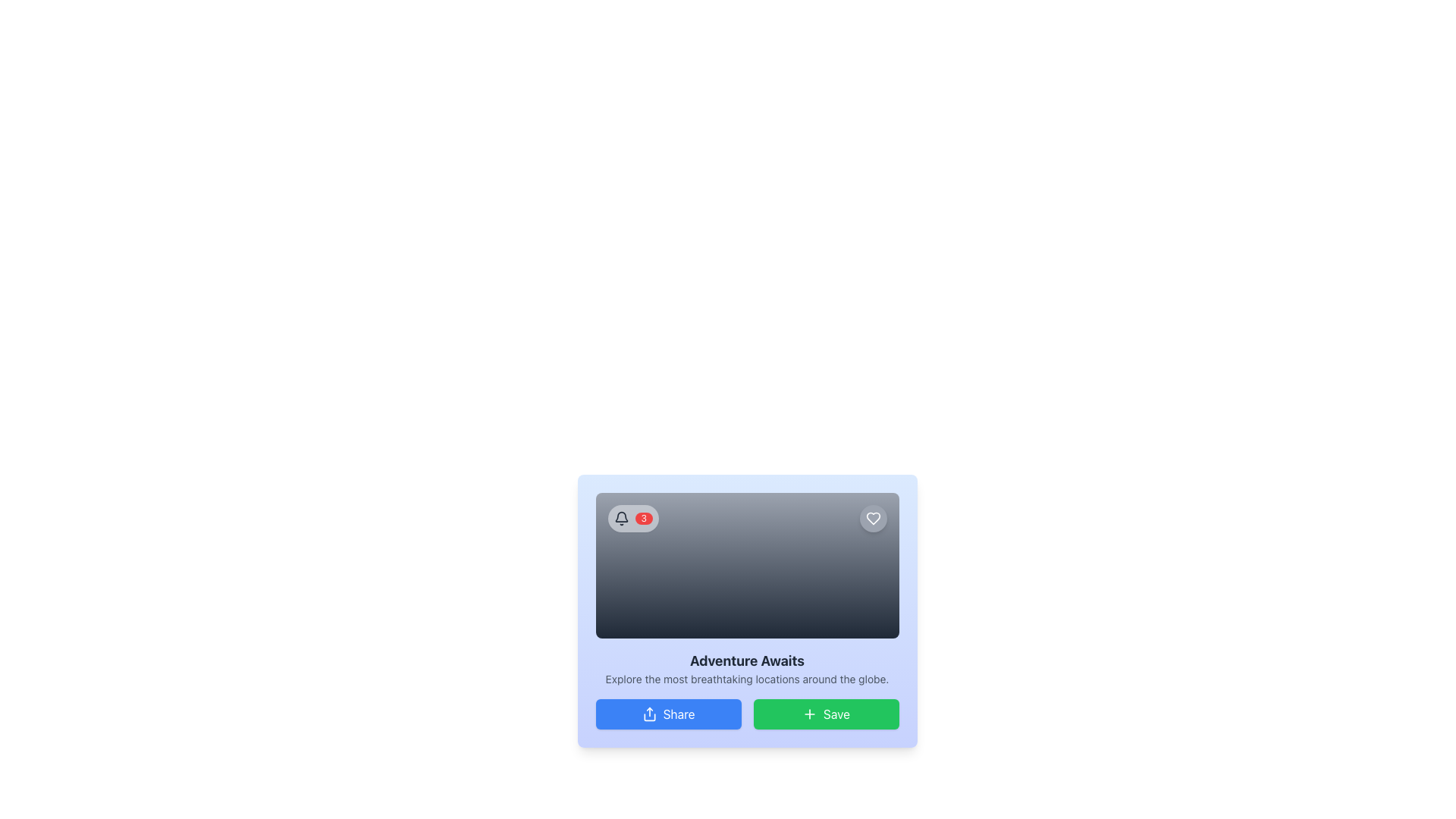  I want to click on the 'Save' button which is a green button with rounded corners displaying the text 'Save' in white color, located at the bottom right of the interactive area, so click(836, 714).